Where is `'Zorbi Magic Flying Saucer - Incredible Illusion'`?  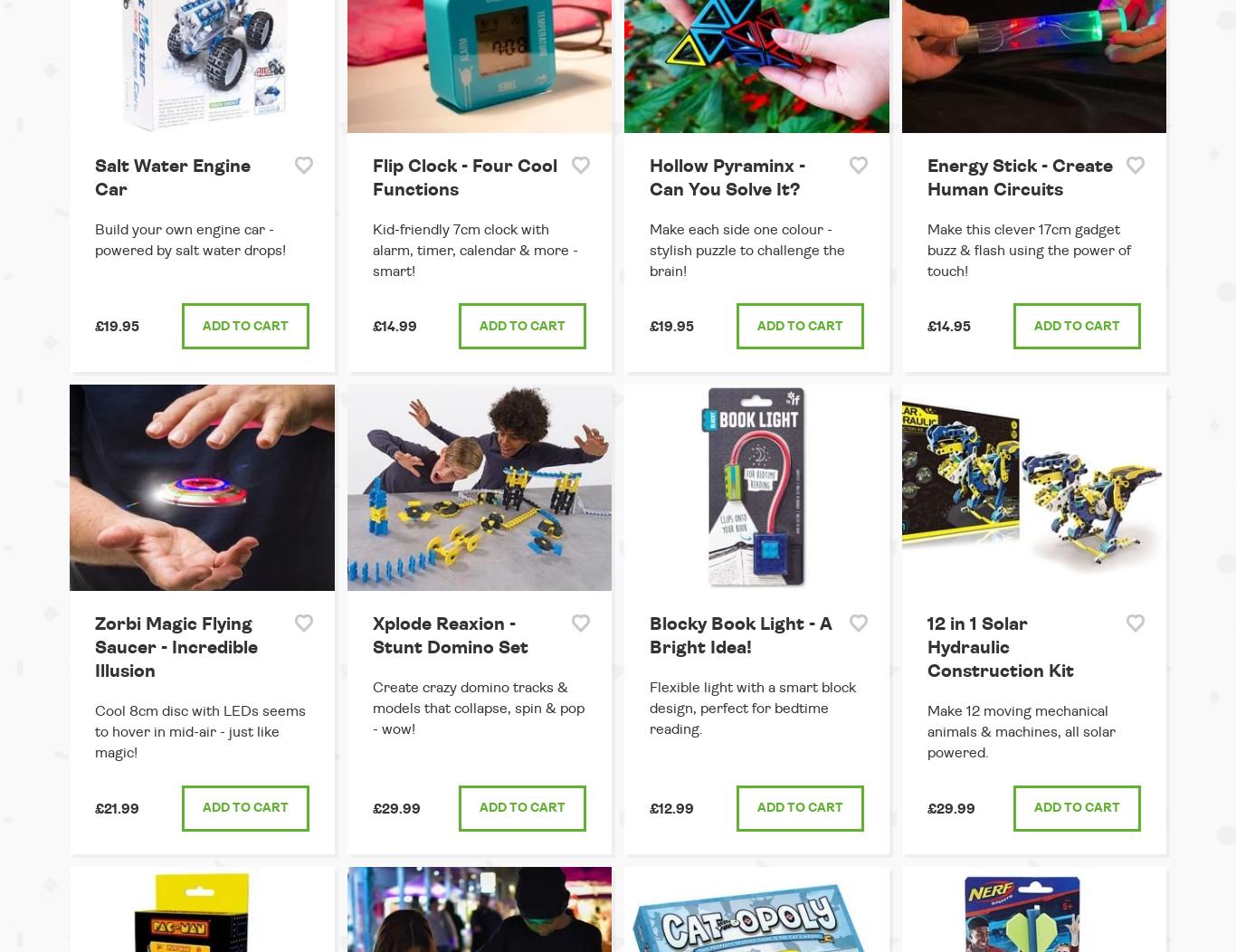
'Zorbi Magic Flying Saucer - Incredible Illusion' is located at coordinates (95, 647).